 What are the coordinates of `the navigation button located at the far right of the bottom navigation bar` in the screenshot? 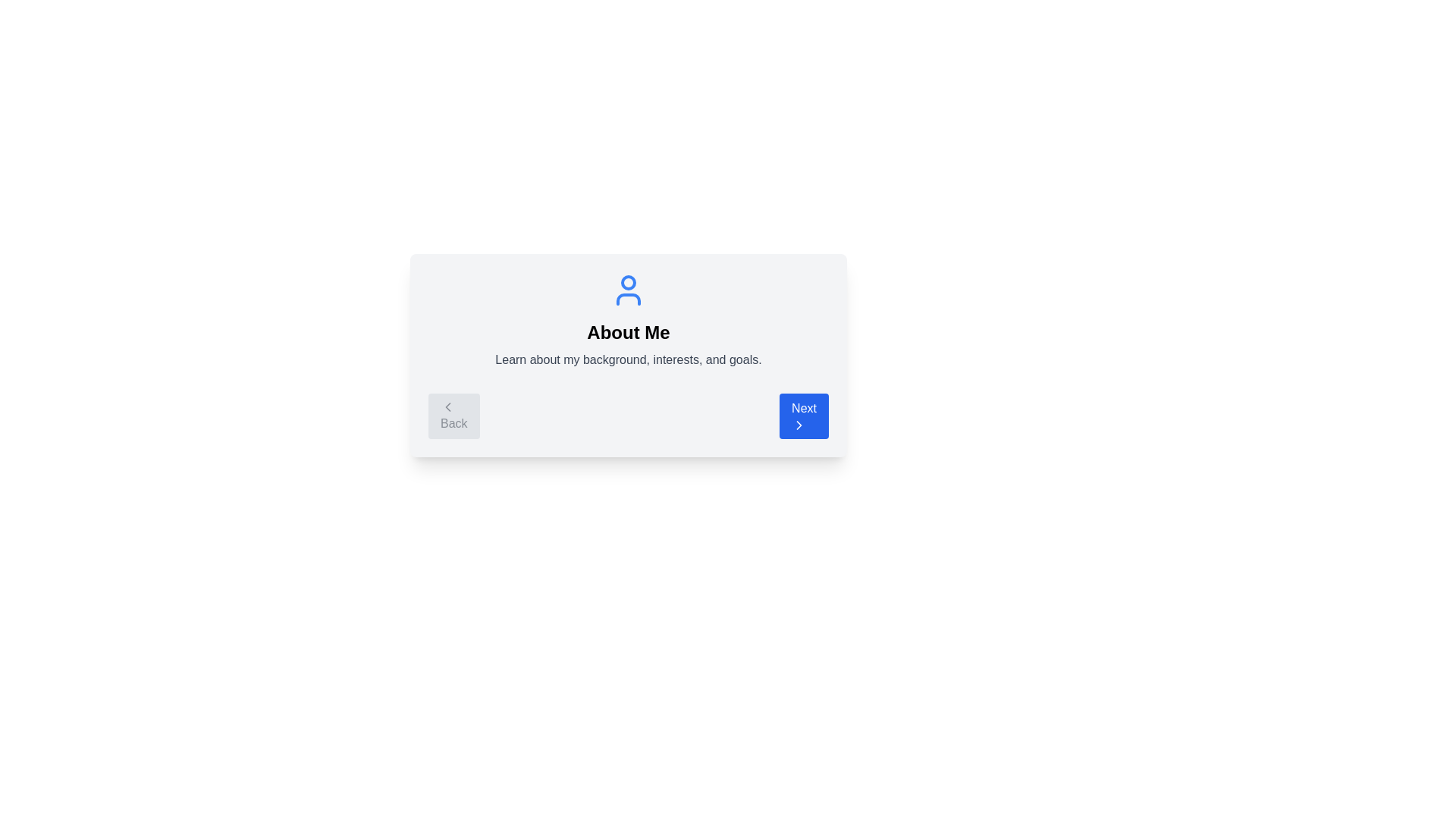 It's located at (803, 416).